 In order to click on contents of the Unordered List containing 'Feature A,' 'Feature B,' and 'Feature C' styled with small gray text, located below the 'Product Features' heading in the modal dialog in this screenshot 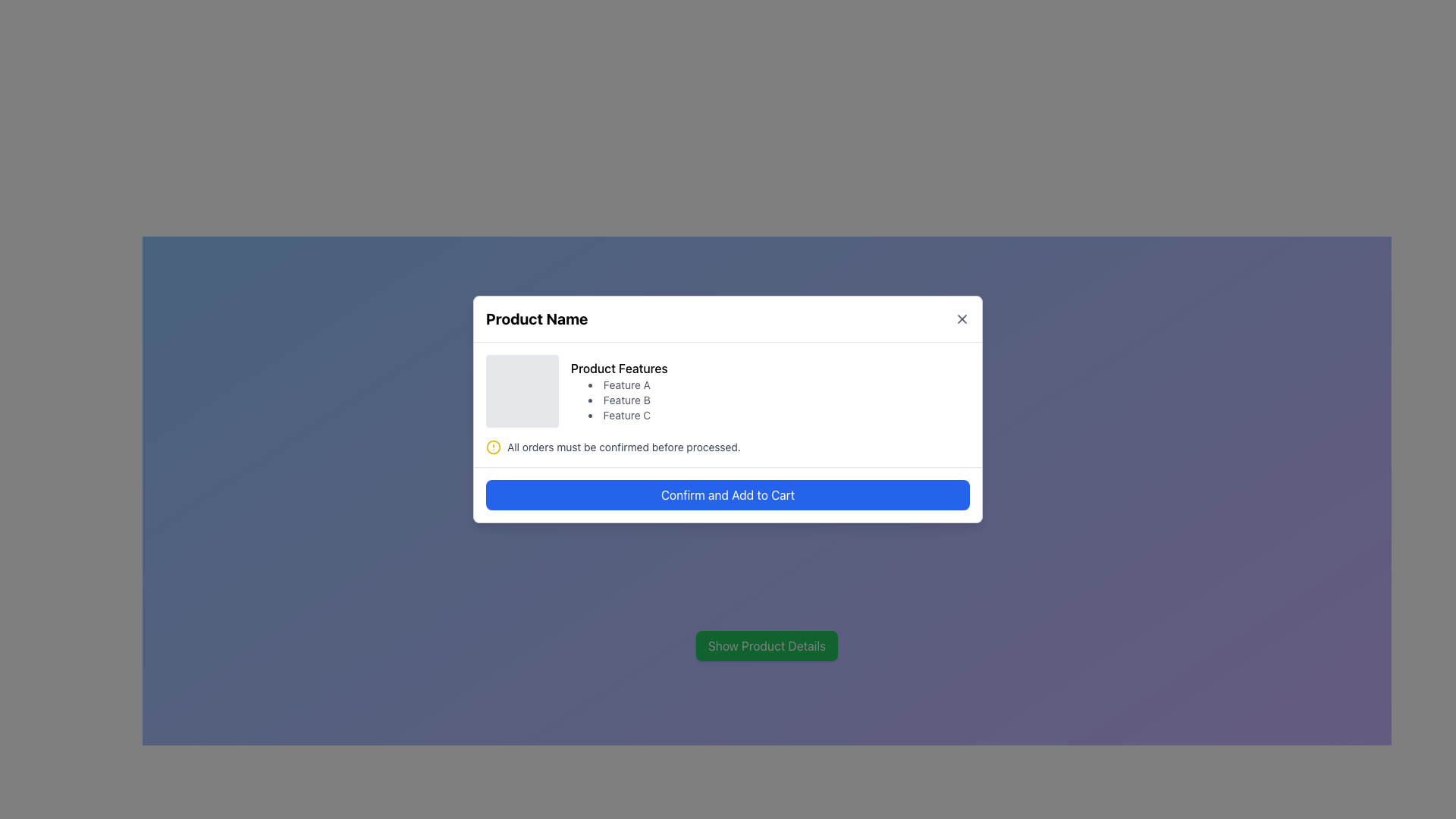, I will do `click(619, 400)`.